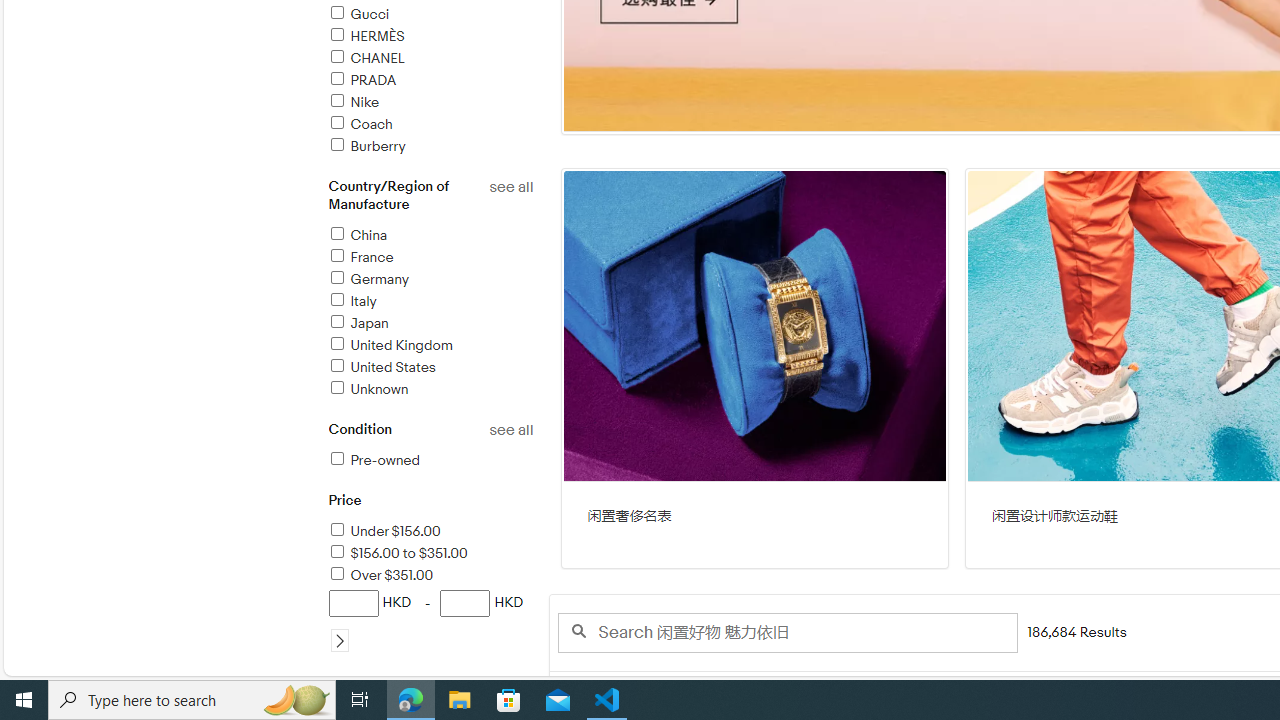 This screenshot has height=720, width=1280. What do you see at coordinates (368, 279) in the screenshot?
I see `'Germany'` at bounding box center [368, 279].